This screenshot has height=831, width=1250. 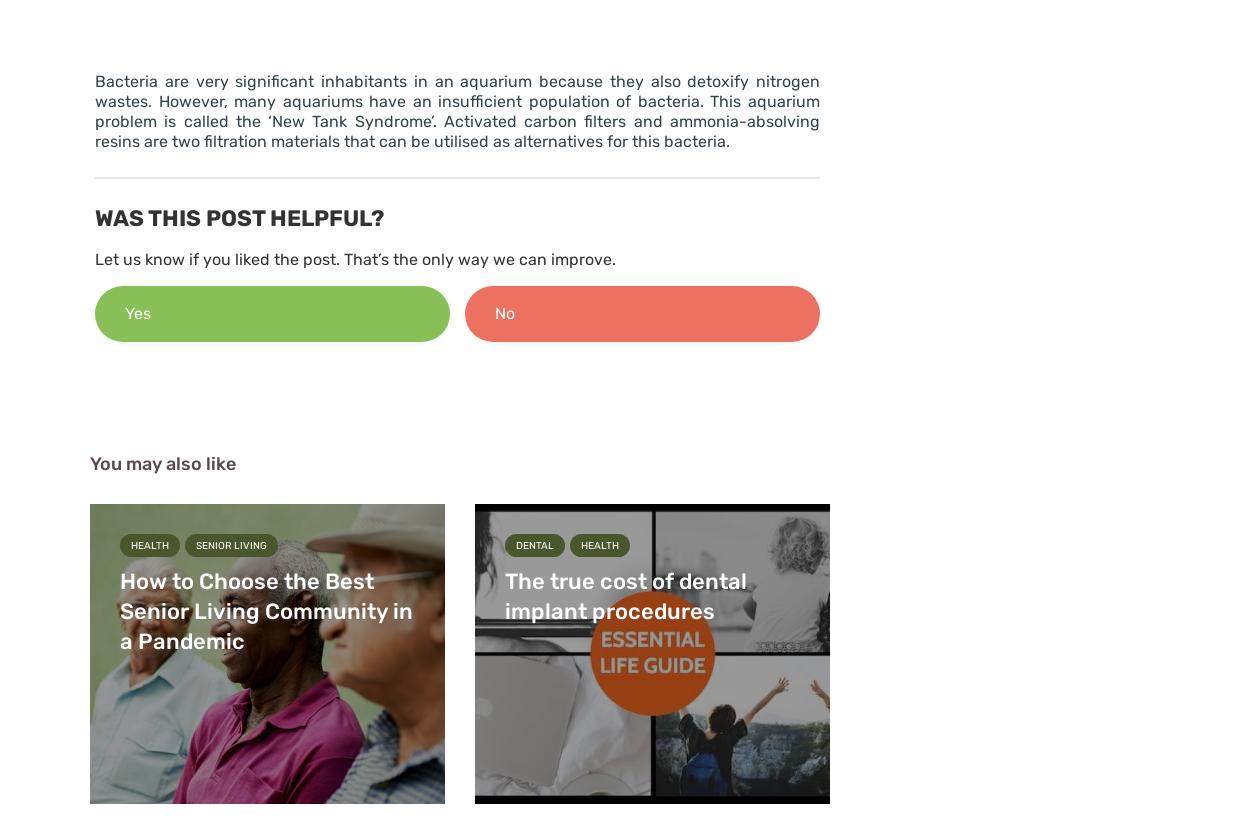 What do you see at coordinates (354, 258) in the screenshot?
I see `'Let us know if you liked the post. That’s the only way we can improve.'` at bounding box center [354, 258].